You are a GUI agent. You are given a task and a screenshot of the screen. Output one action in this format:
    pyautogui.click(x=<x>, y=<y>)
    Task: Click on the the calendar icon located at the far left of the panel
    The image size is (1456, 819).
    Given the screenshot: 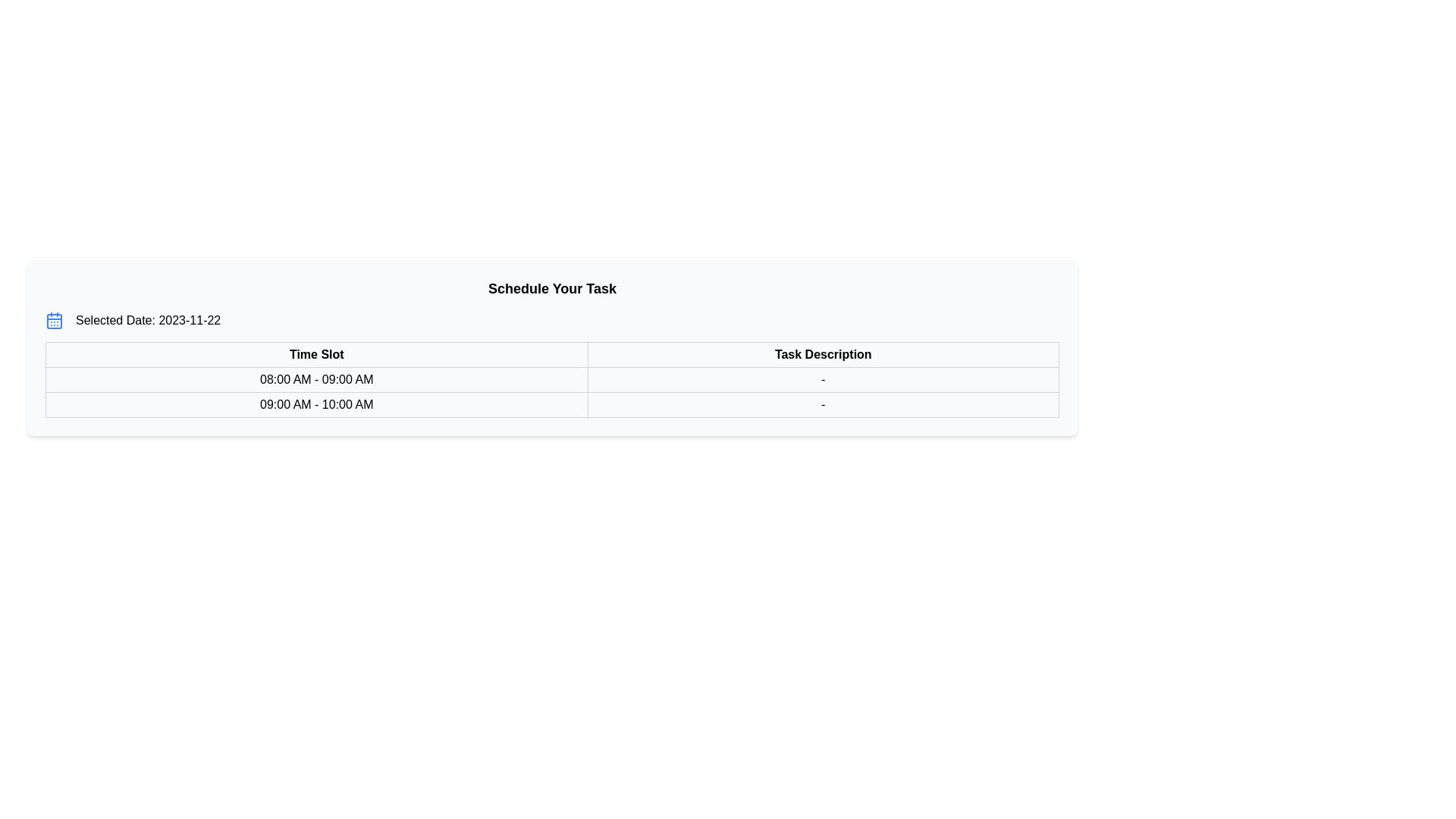 What is the action you would take?
    pyautogui.click(x=55, y=320)
    